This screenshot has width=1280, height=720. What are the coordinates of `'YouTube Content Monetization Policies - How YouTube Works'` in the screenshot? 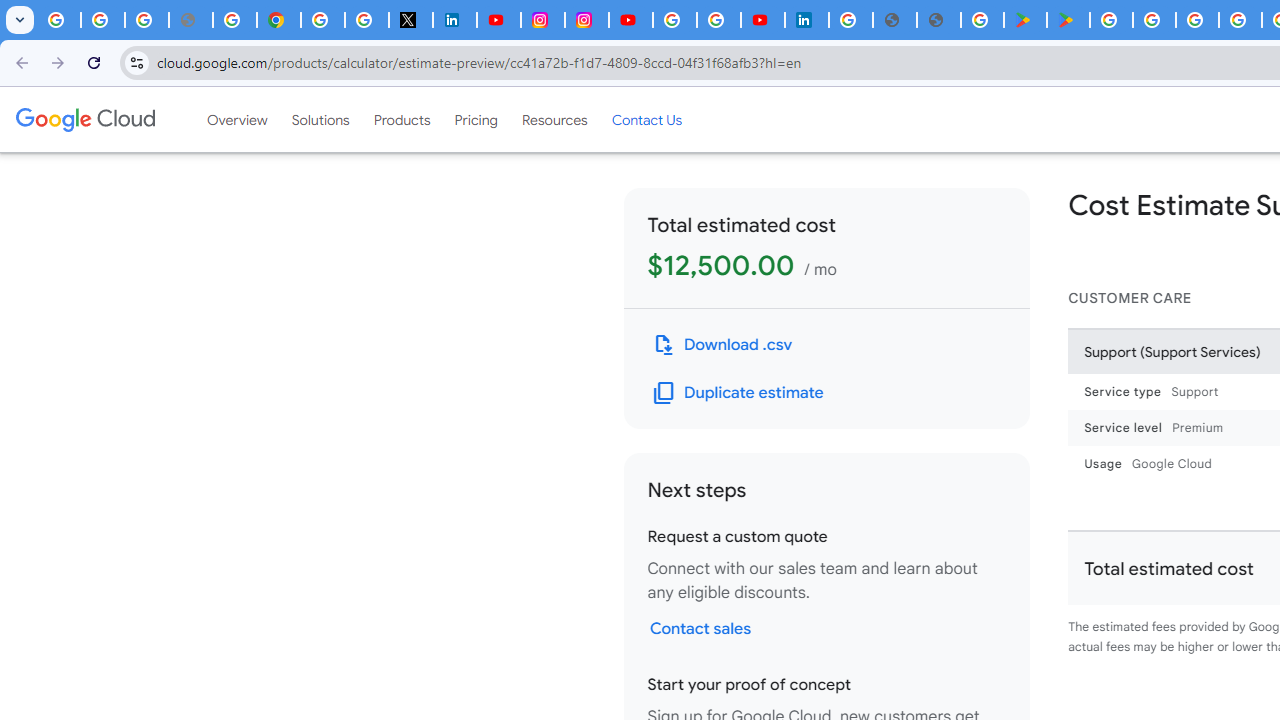 It's located at (499, 20).